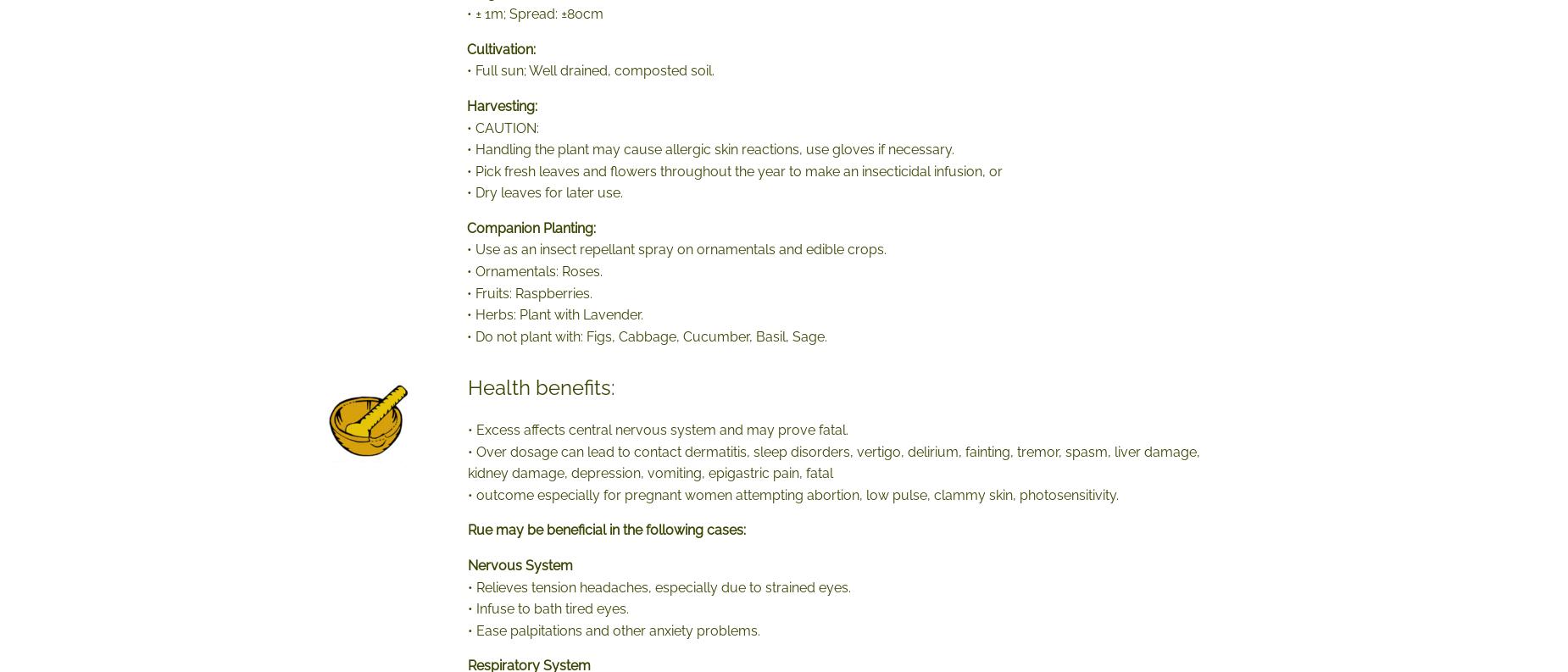  Describe the element at coordinates (647, 335) in the screenshot. I see `'• Do not plant with: Figs, Cabbage, Cucumber, Basil, Sage.'` at that location.